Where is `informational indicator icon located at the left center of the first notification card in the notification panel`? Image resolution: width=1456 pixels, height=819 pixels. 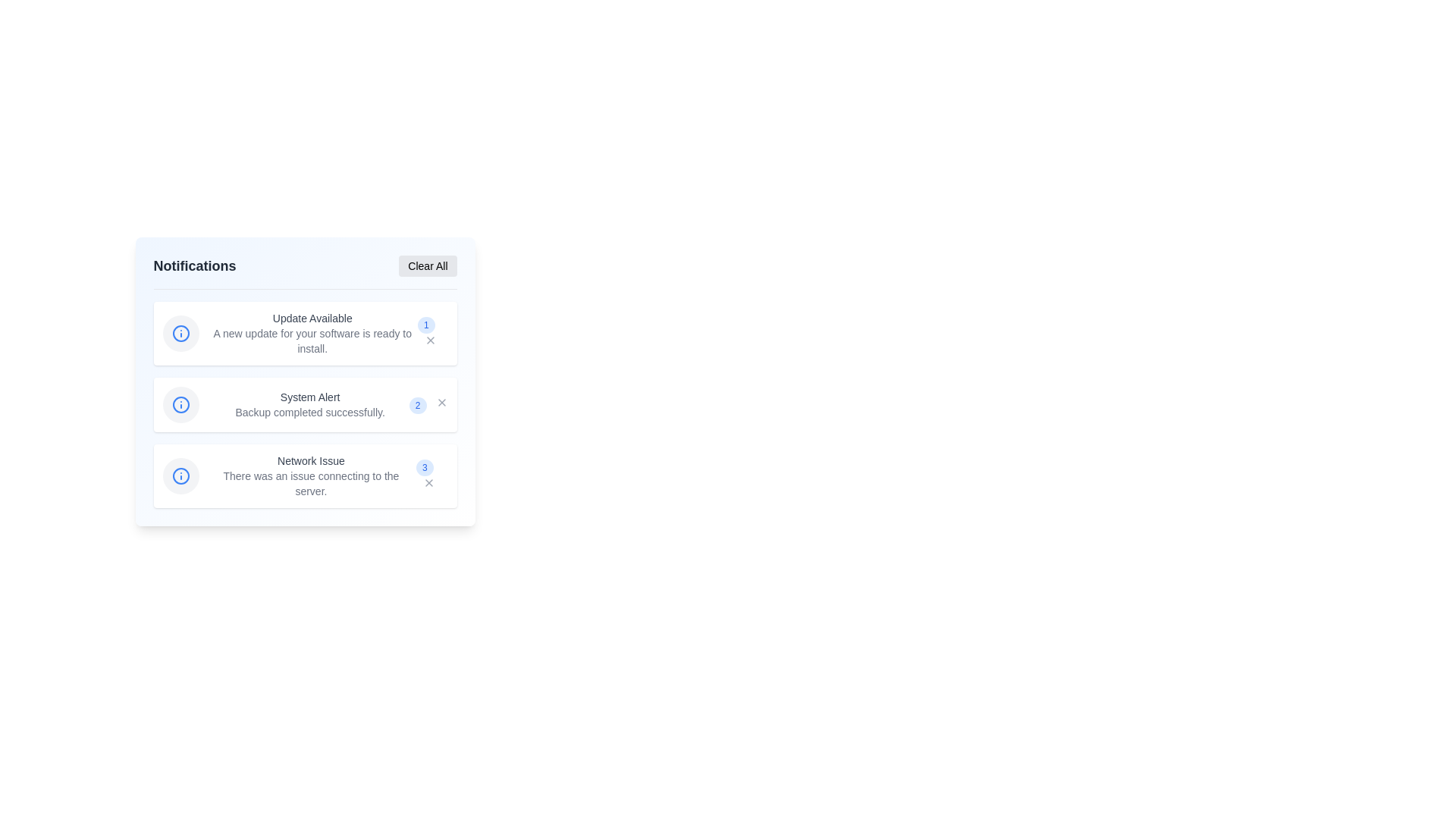 informational indicator icon located at the left center of the first notification card in the notification panel is located at coordinates (180, 332).